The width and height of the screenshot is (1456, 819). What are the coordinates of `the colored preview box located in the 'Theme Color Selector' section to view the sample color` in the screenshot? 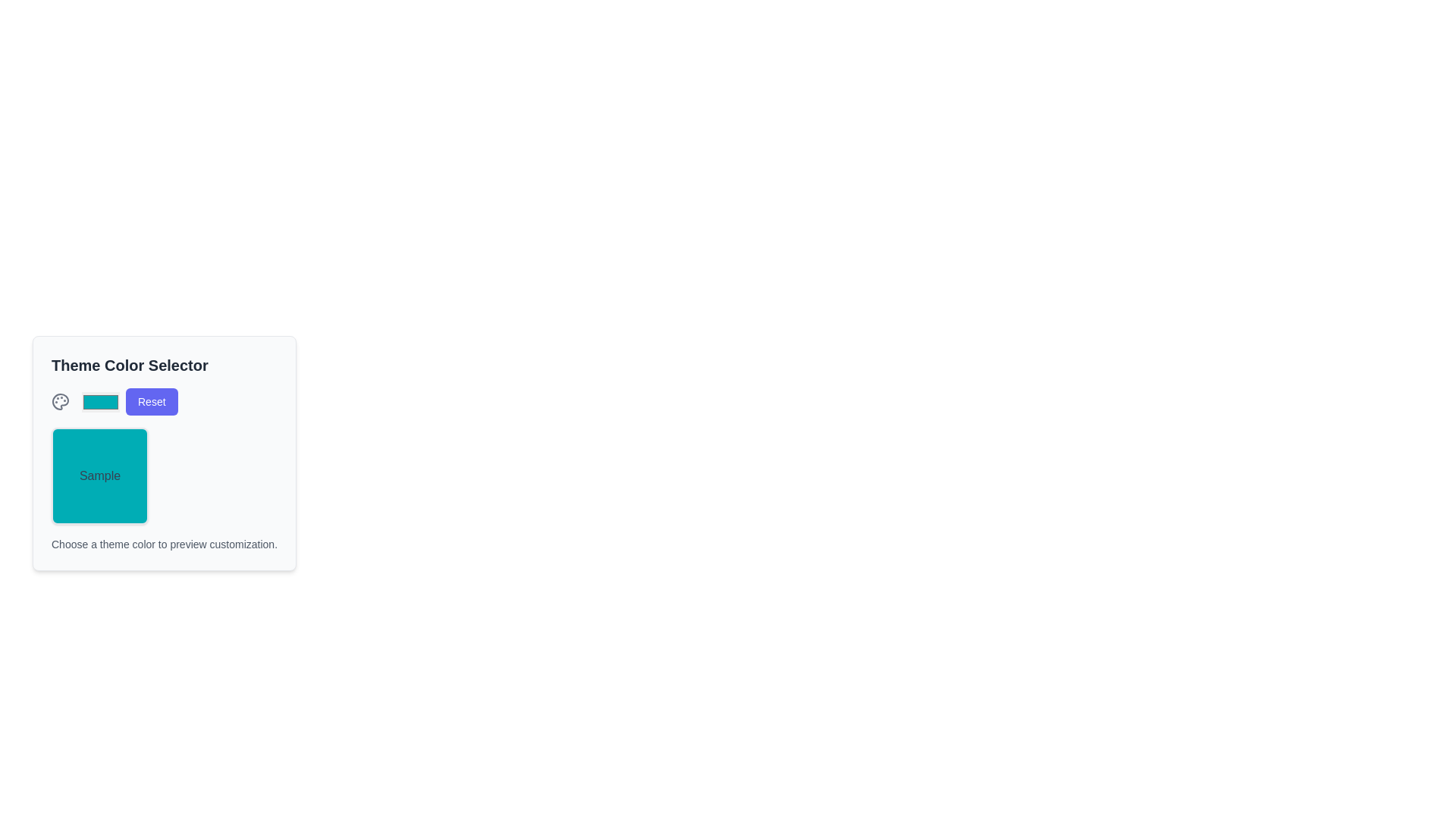 It's located at (99, 475).